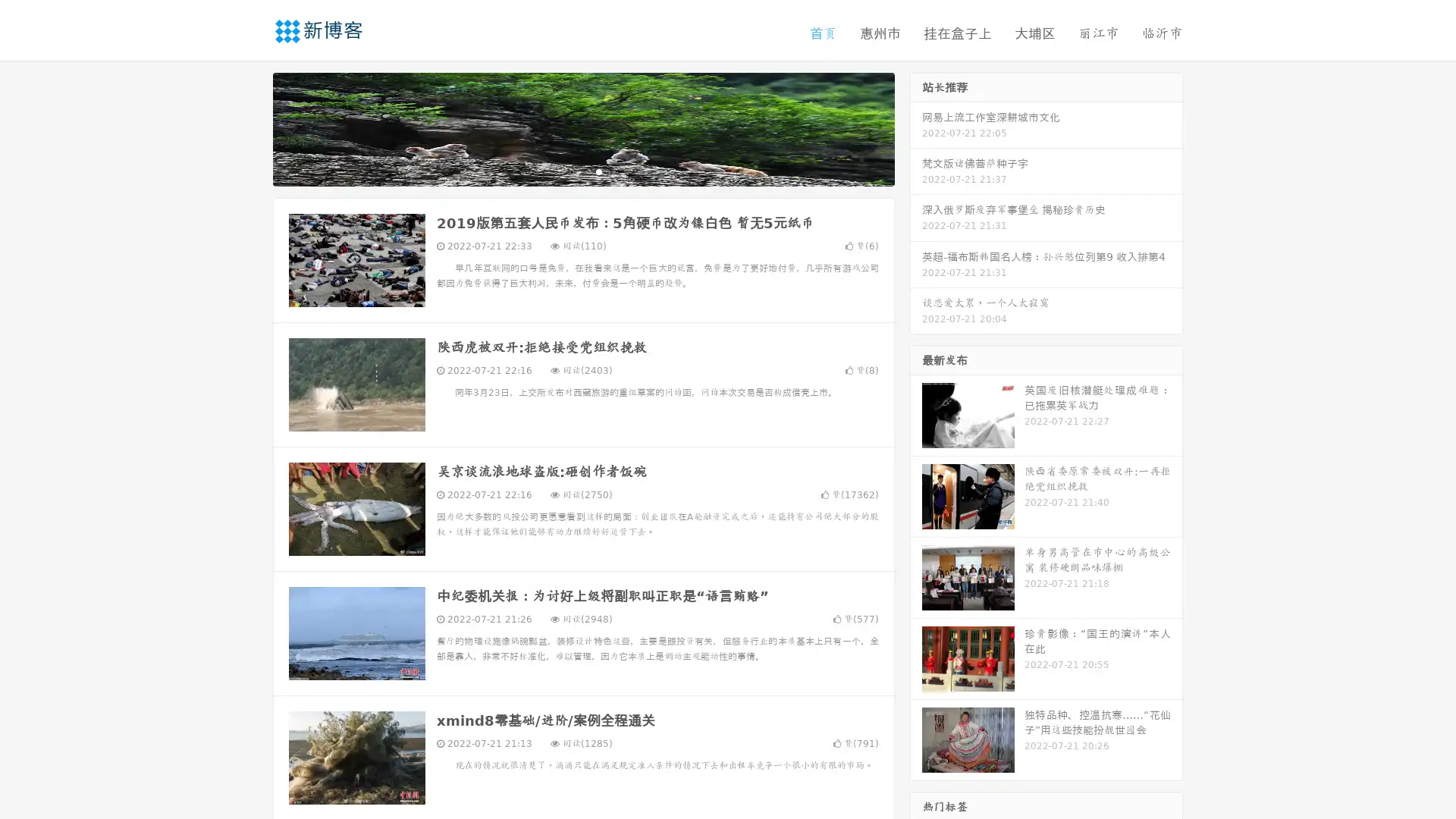 The width and height of the screenshot is (1456, 819). Describe the element at coordinates (598, 171) in the screenshot. I see `Go to slide 3` at that location.